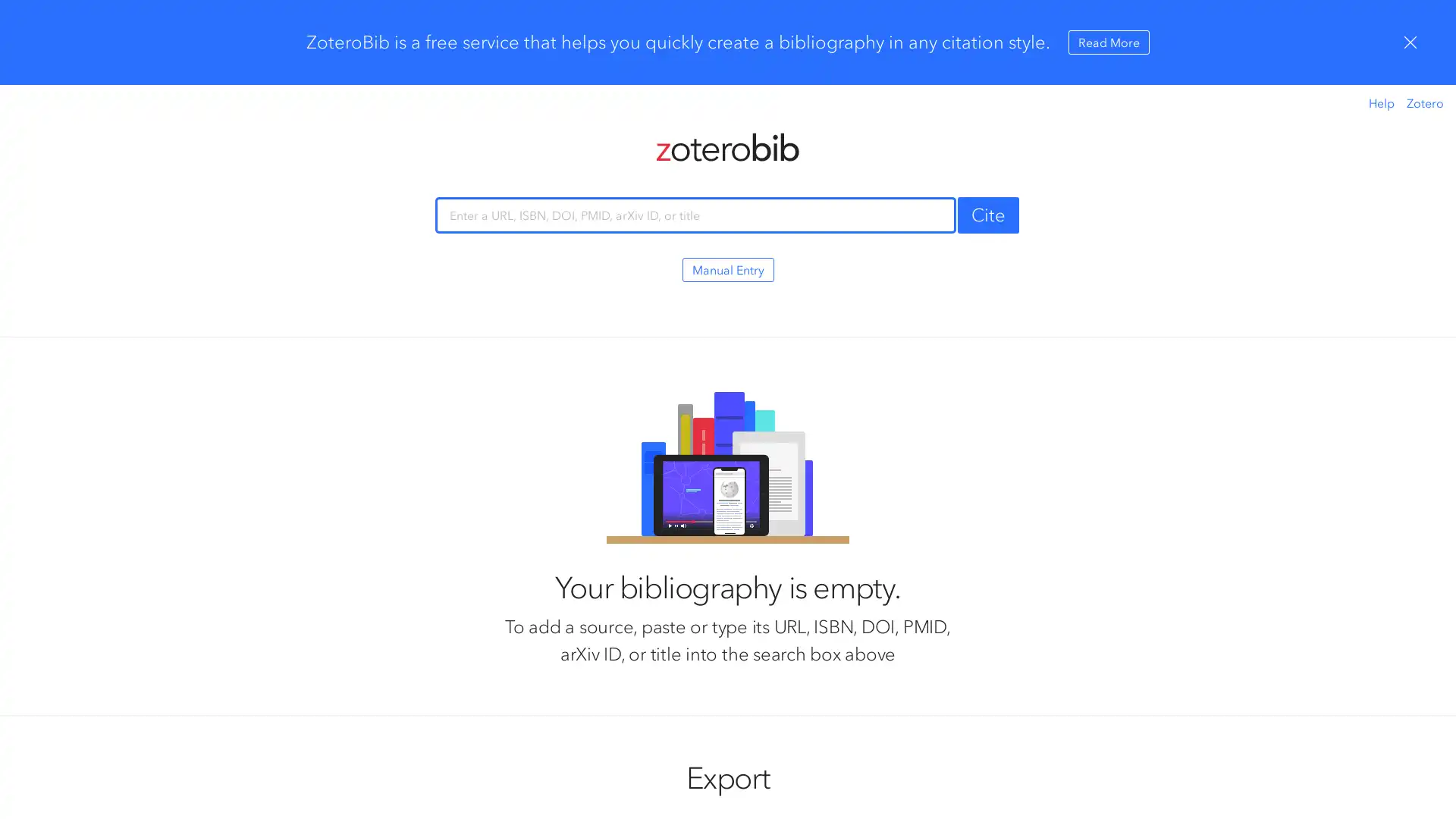  Describe the element at coordinates (726, 268) in the screenshot. I see `Manual Entry` at that location.